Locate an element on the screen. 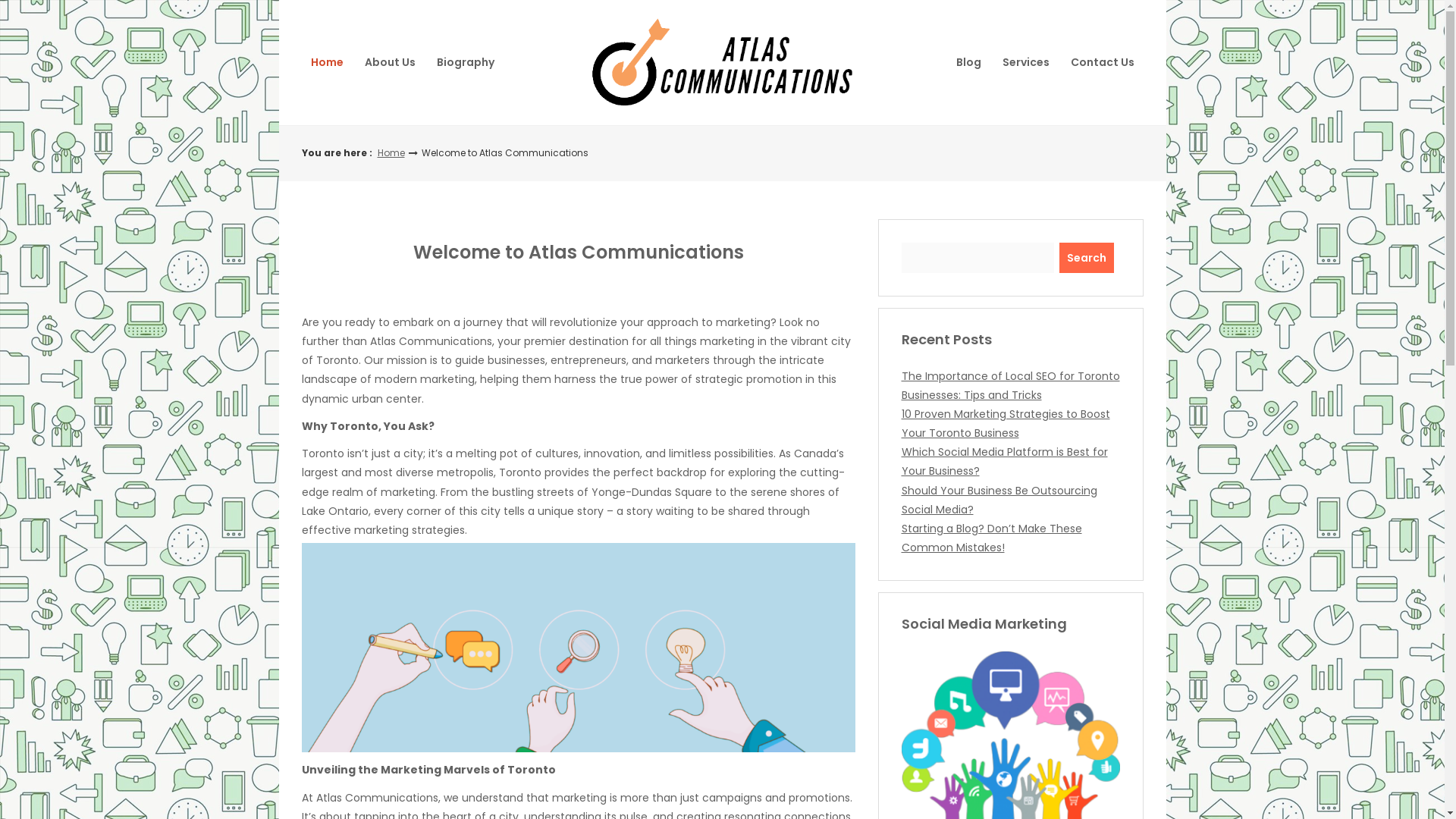  'Which Social Media Platform is Best for Your Business?' is located at coordinates (1004, 460).